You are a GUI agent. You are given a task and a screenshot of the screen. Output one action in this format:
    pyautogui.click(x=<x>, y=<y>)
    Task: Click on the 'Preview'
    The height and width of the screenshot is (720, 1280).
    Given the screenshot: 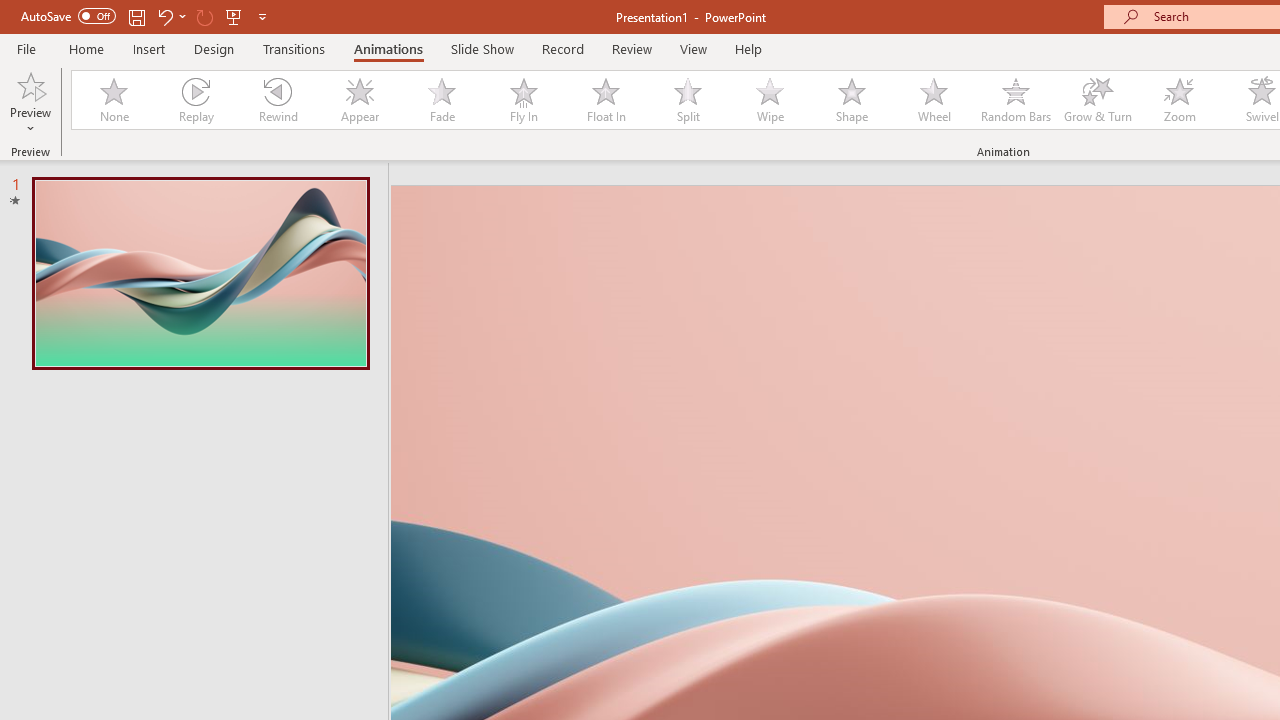 What is the action you would take?
    pyautogui.click(x=30, y=103)
    